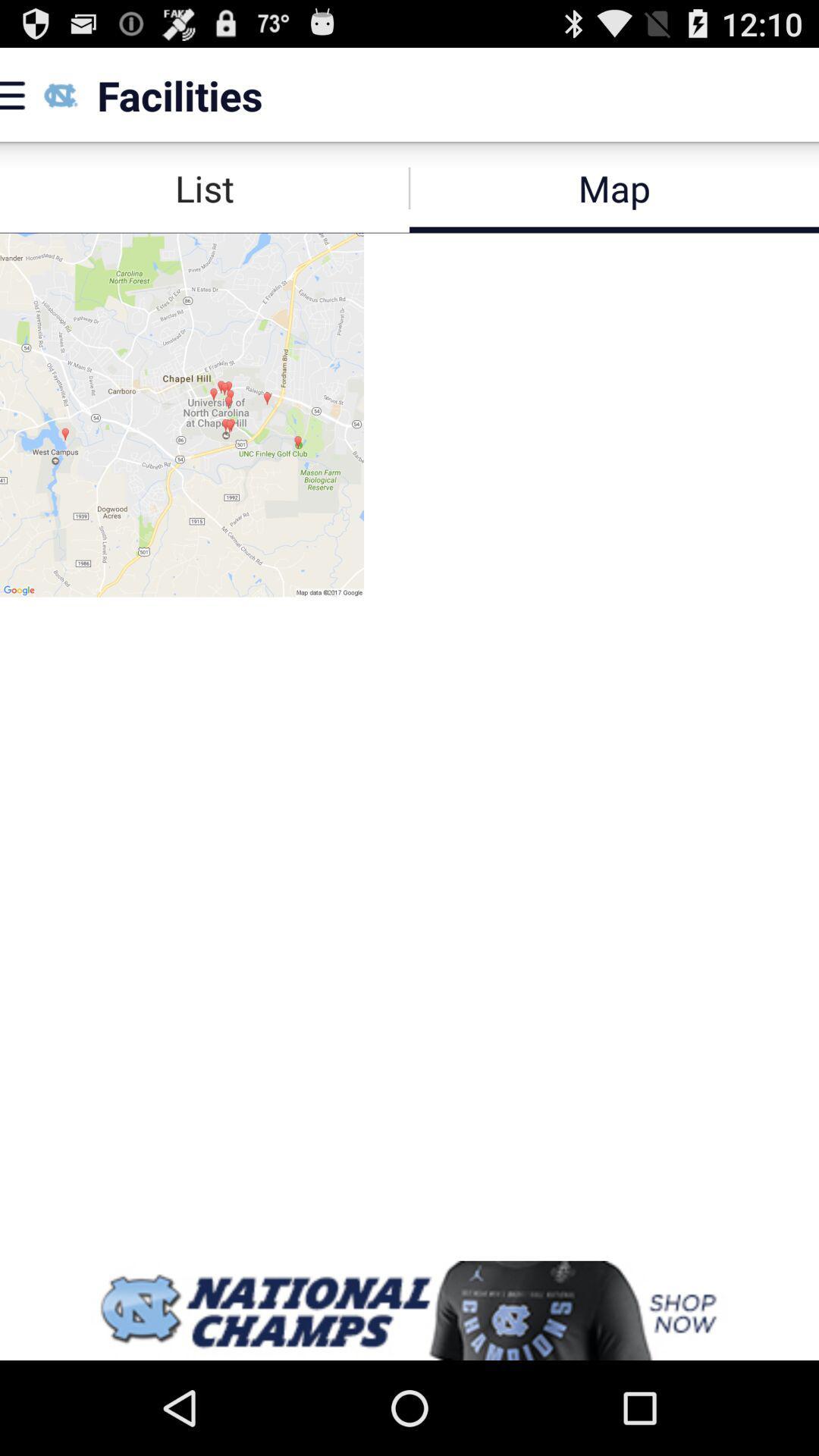 The width and height of the screenshot is (819, 1456). What do you see at coordinates (409, 1310) in the screenshot?
I see `advertisement display` at bounding box center [409, 1310].